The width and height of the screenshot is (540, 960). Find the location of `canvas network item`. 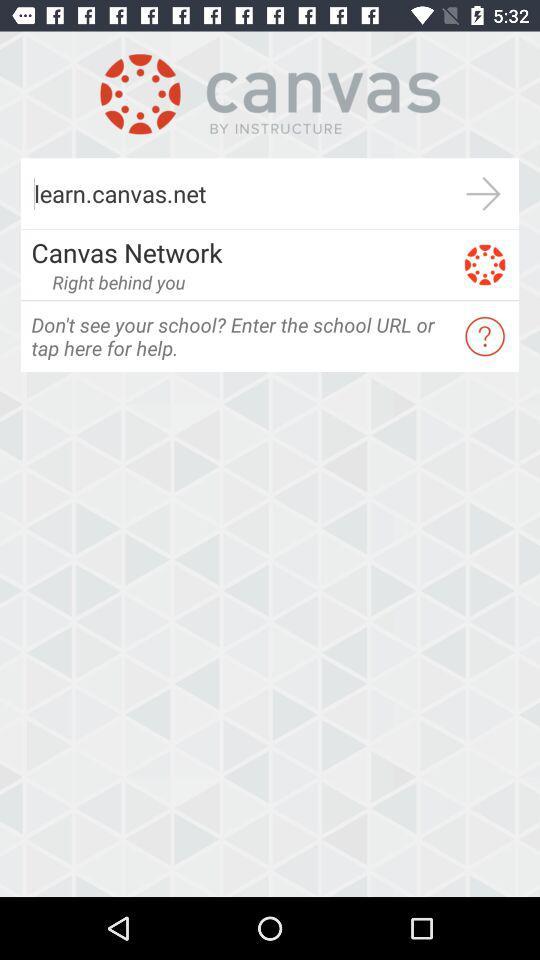

canvas network item is located at coordinates (241, 251).